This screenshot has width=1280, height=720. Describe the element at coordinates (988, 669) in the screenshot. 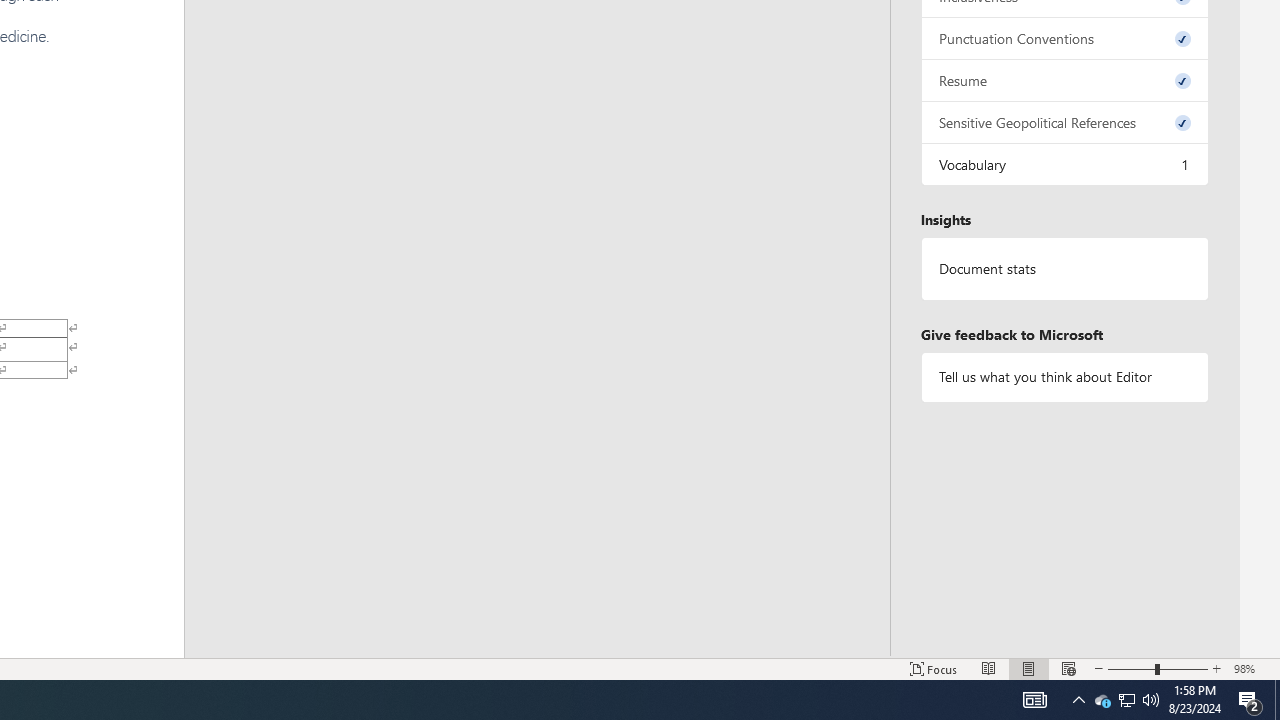

I see `'Read Mode'` at that location.